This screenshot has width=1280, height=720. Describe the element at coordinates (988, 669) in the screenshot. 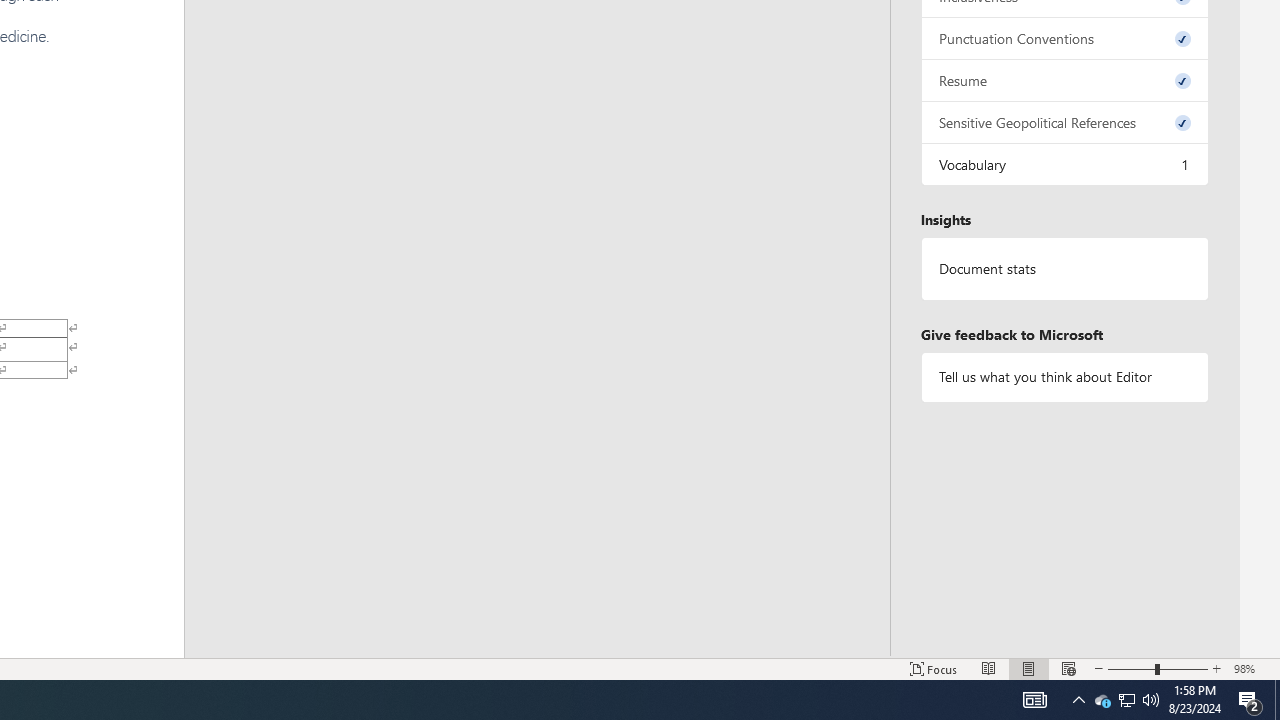

I see `'Read Mode'` at that location.